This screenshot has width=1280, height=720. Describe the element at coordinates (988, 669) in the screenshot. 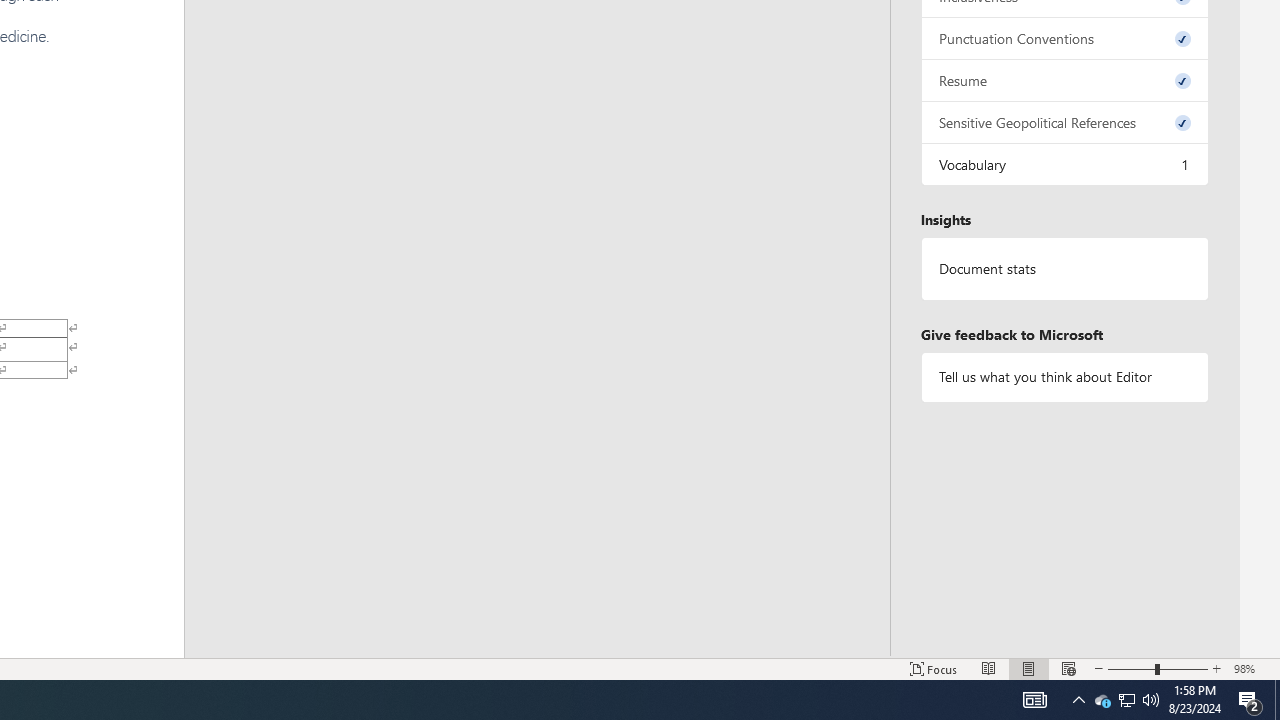

I see `'Read Mode'` at that location.